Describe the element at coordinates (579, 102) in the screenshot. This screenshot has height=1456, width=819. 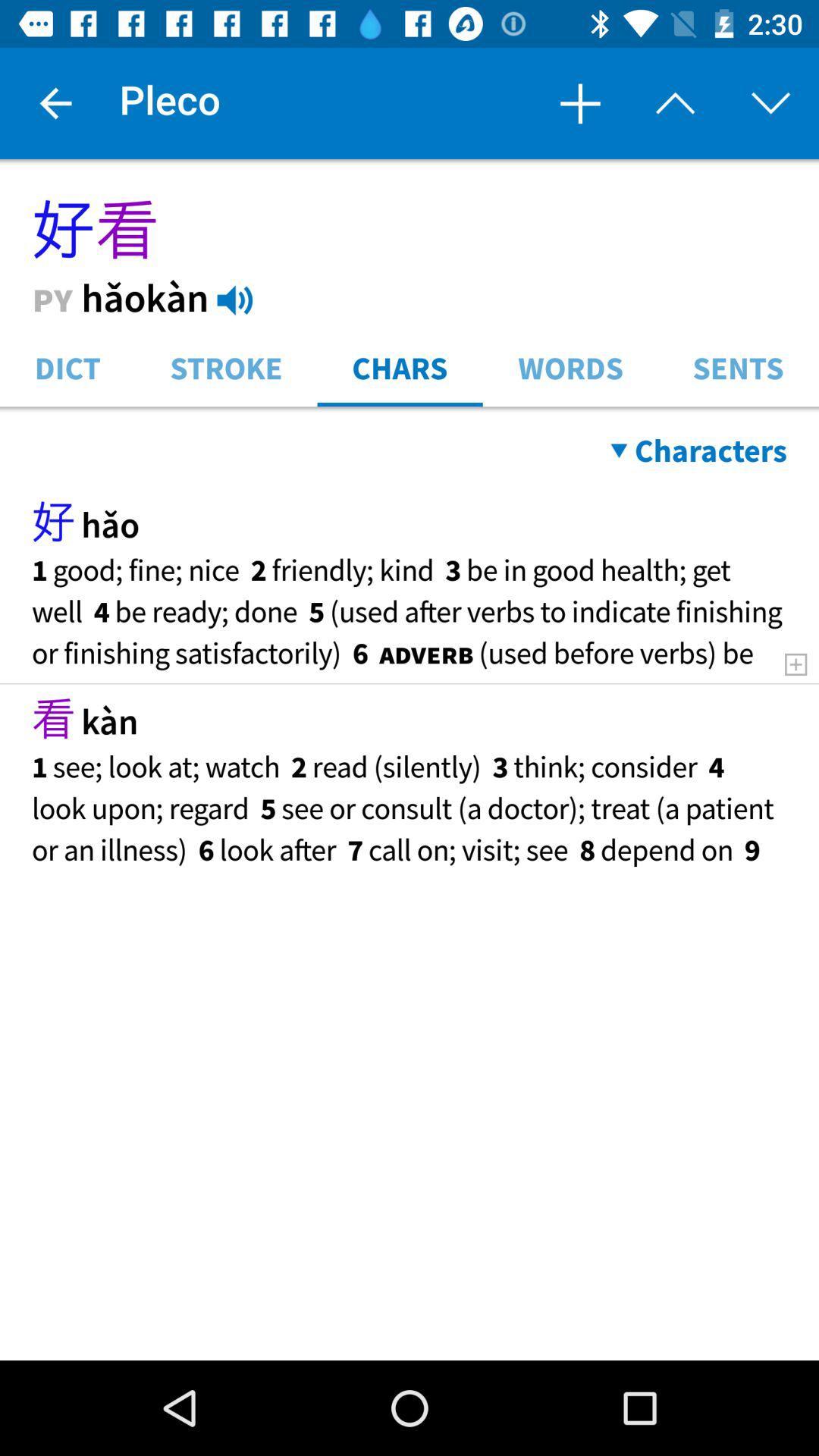
I see `item next to pleco item` at that location.